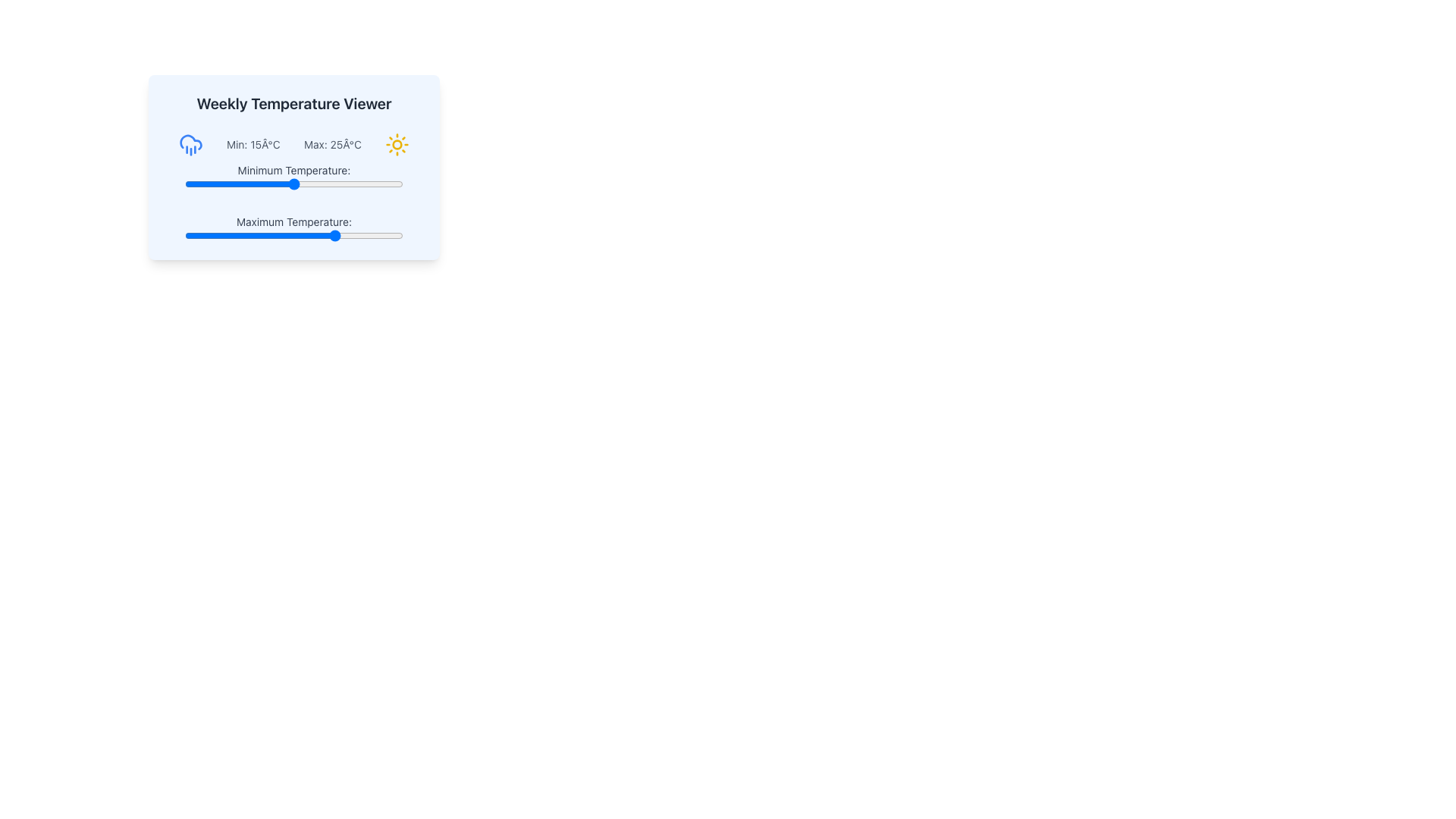 Image resolution: width=1456 pixels, height=819 pixels. What do you see at coordinates (324, 236) in the screenshot?
I see `the maximum temperature` at bounding box center [324, 236].